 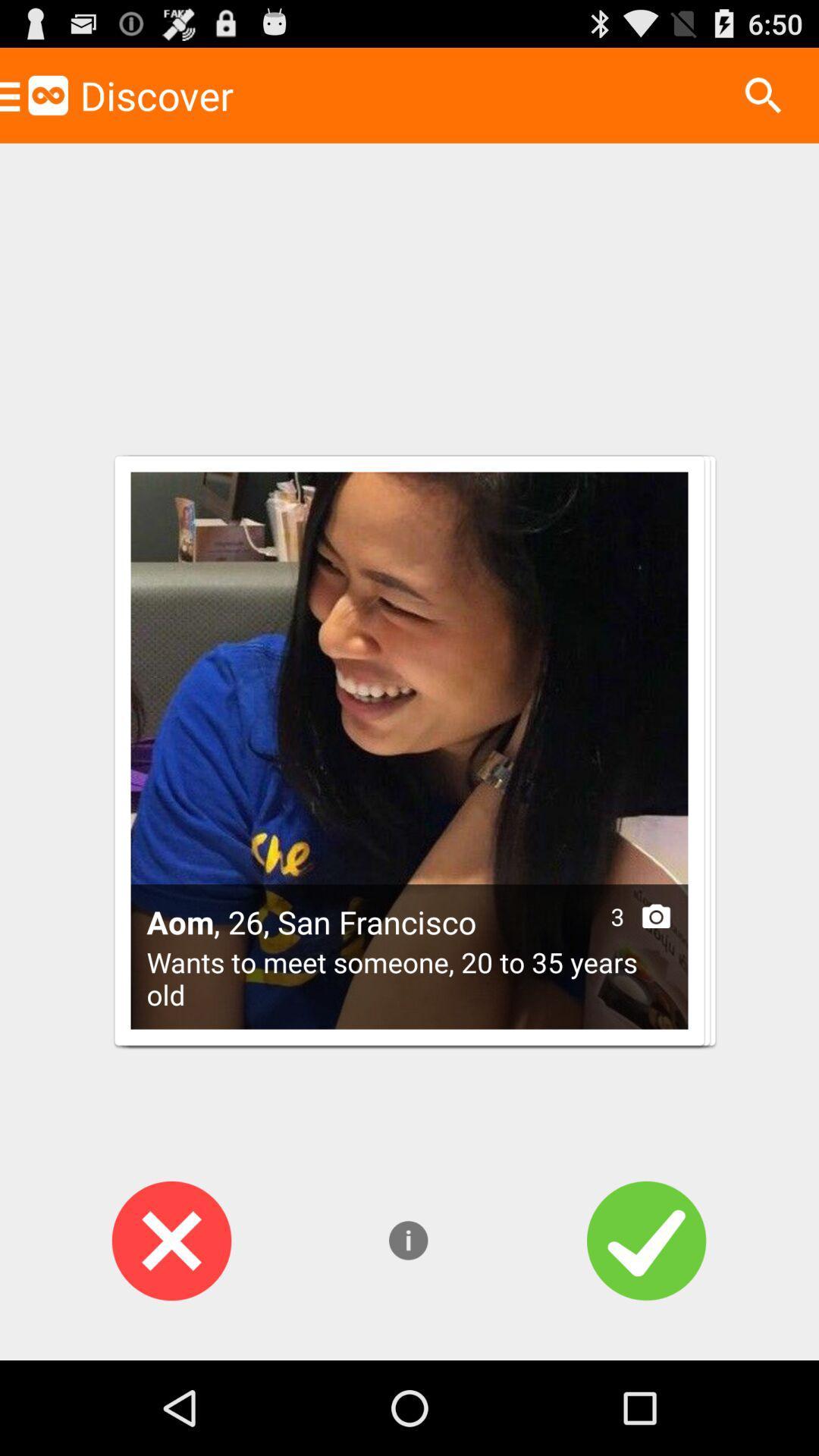 I want to click on the close icon, so click(x=171, y=1327).